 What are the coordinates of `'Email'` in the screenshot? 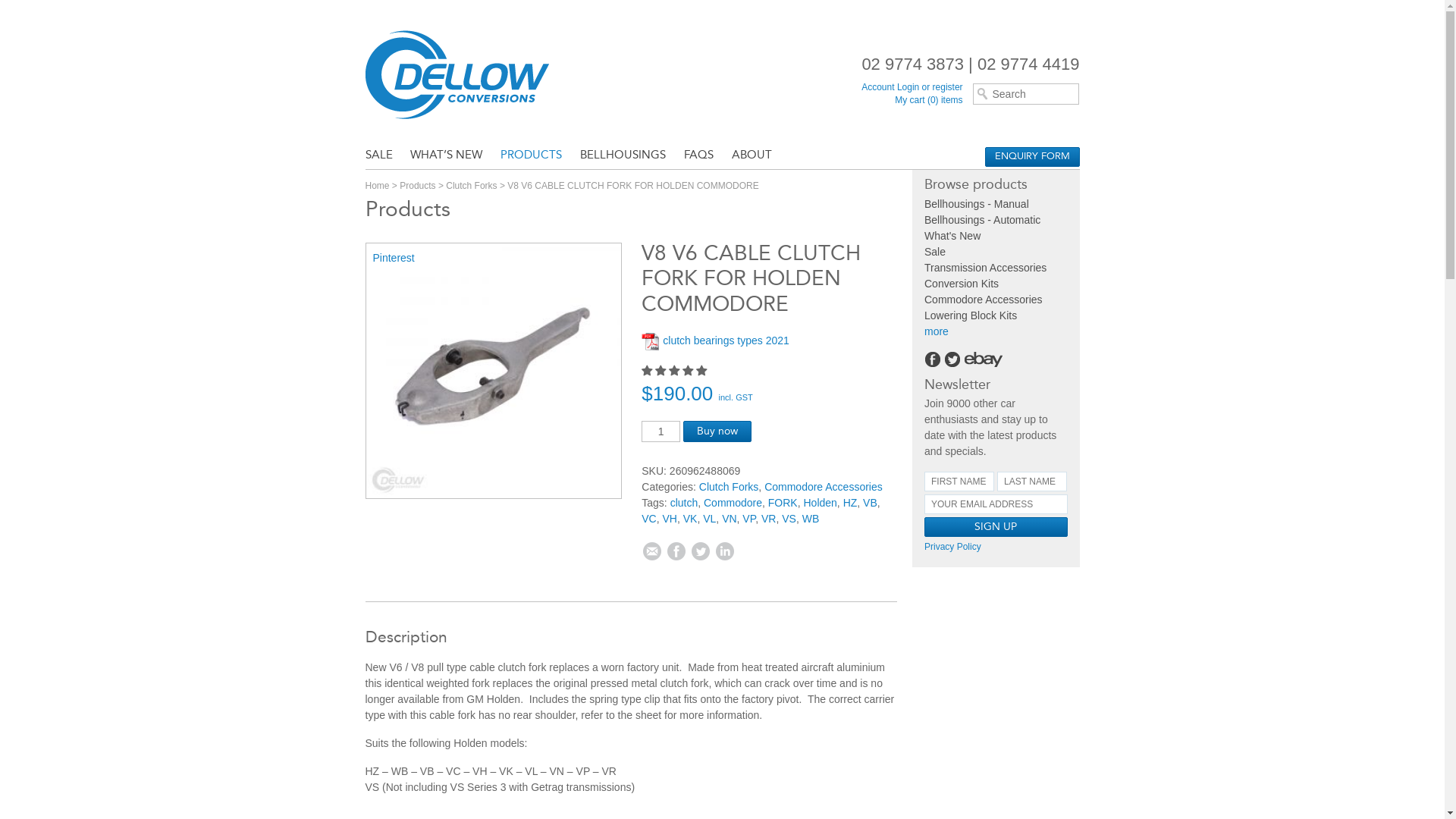 It's located at (651, 551).